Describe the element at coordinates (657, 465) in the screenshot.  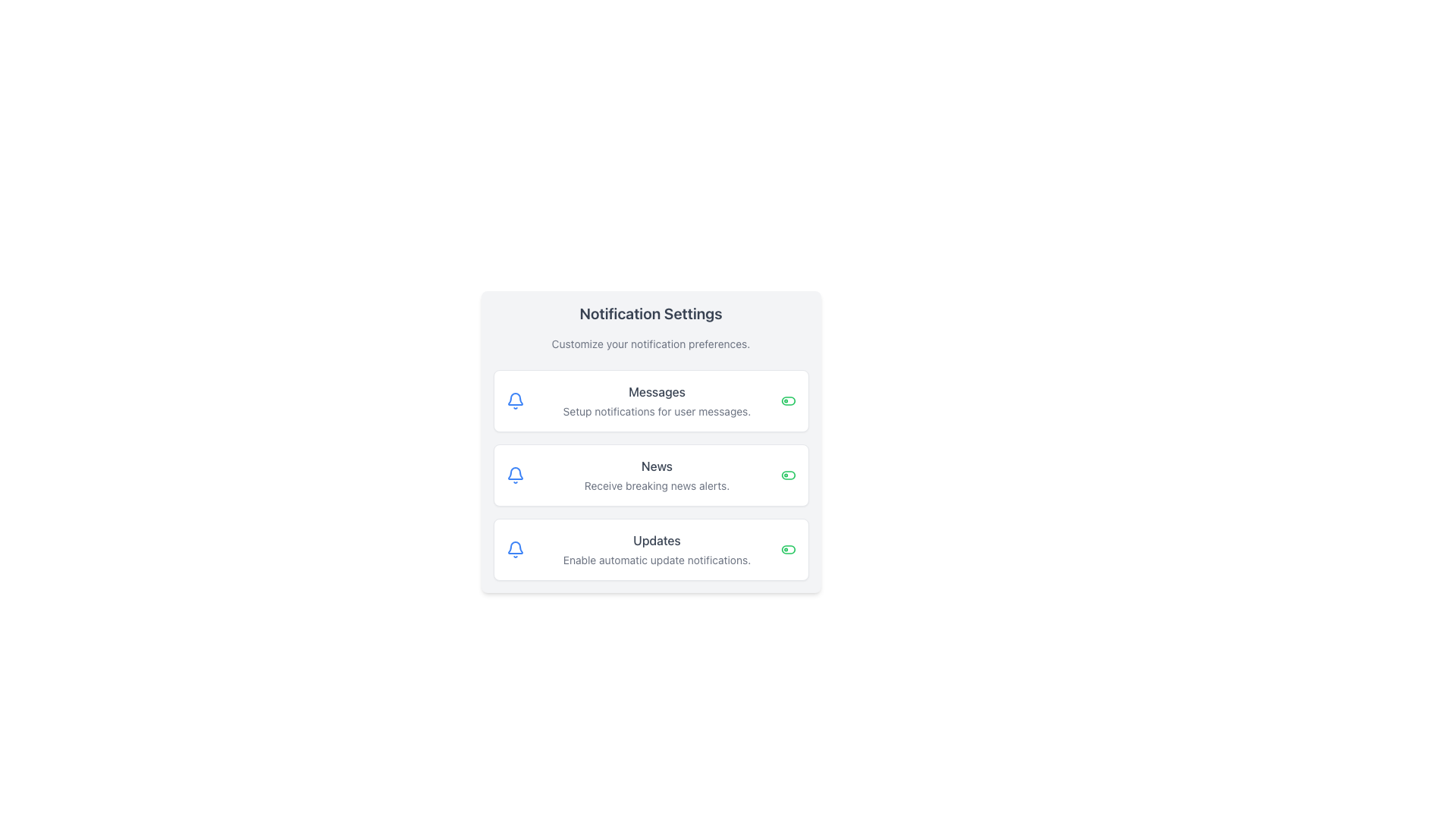
I see `the 'News' text label which is displayed in a medium-sized, bold gray font, positioned above a smaller descriptive text in the notification settings section` at that location.